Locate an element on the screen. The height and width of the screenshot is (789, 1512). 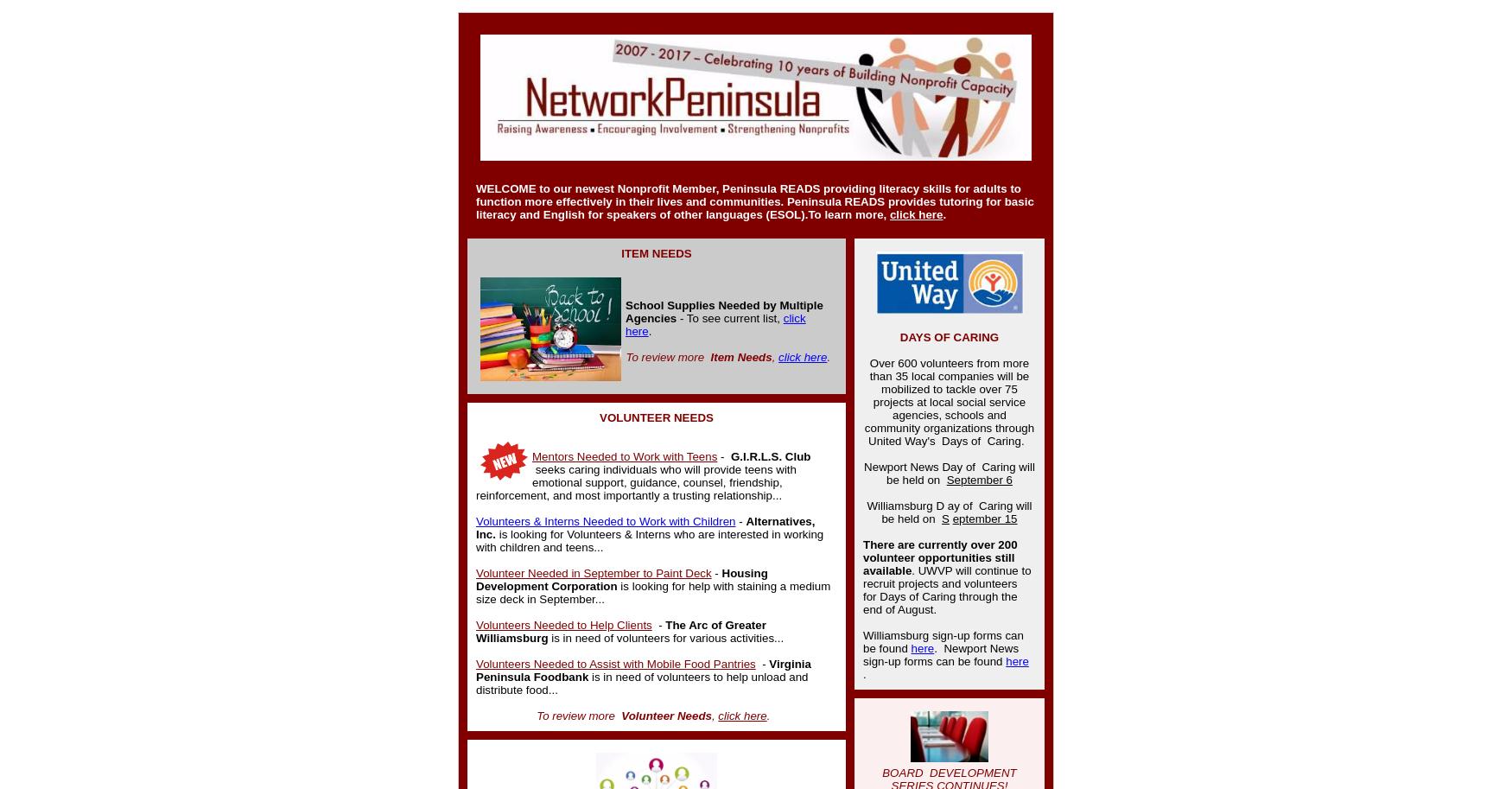
'There are currently over 200 volunteer opportunities still available' is located at coordinates (939, 557).